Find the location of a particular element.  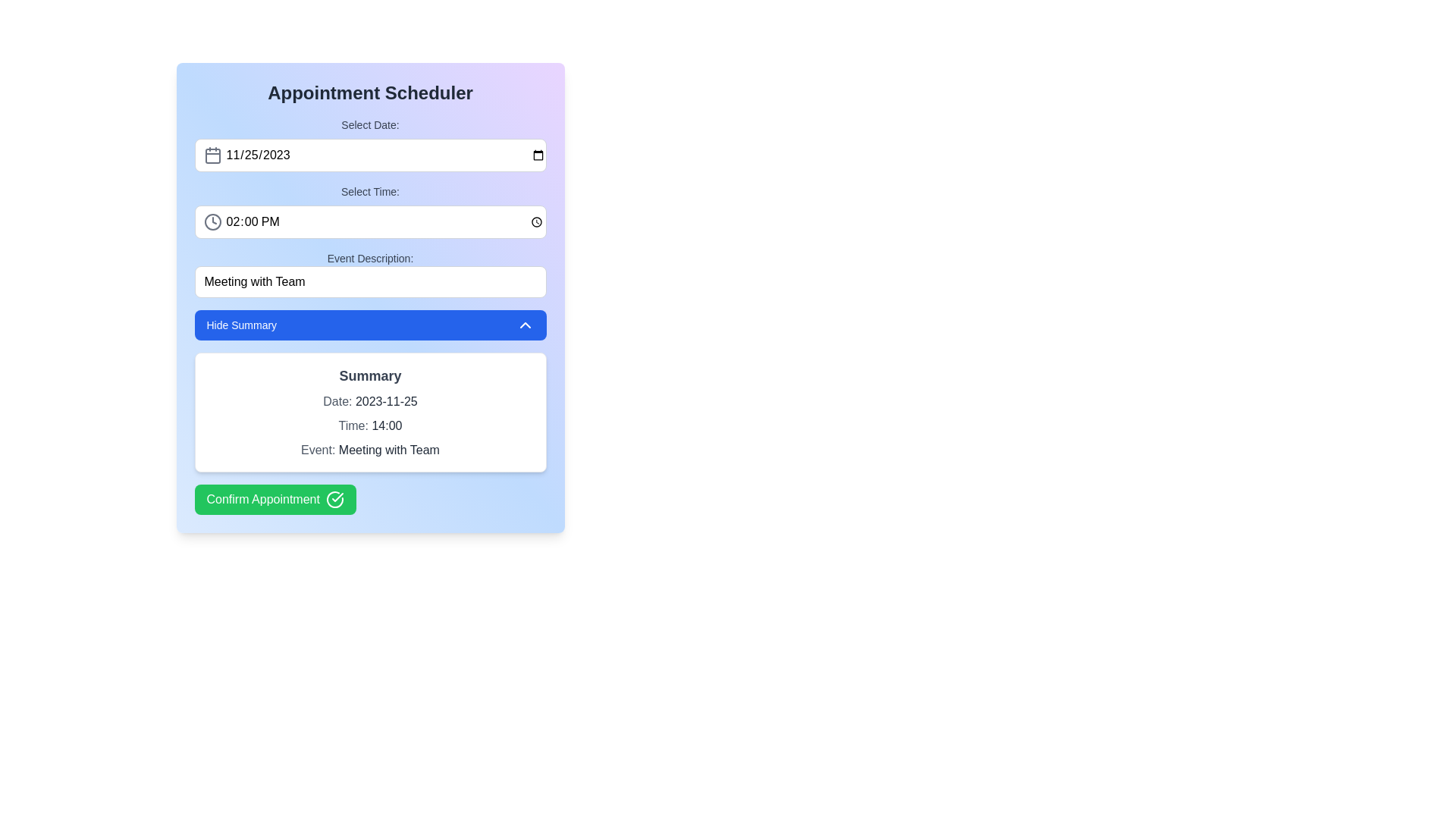

the text label displaying 'Select Date:' which is positioned below the 'Appointment Scheduler' header and above the date input field is located at coordinates (370, 124).